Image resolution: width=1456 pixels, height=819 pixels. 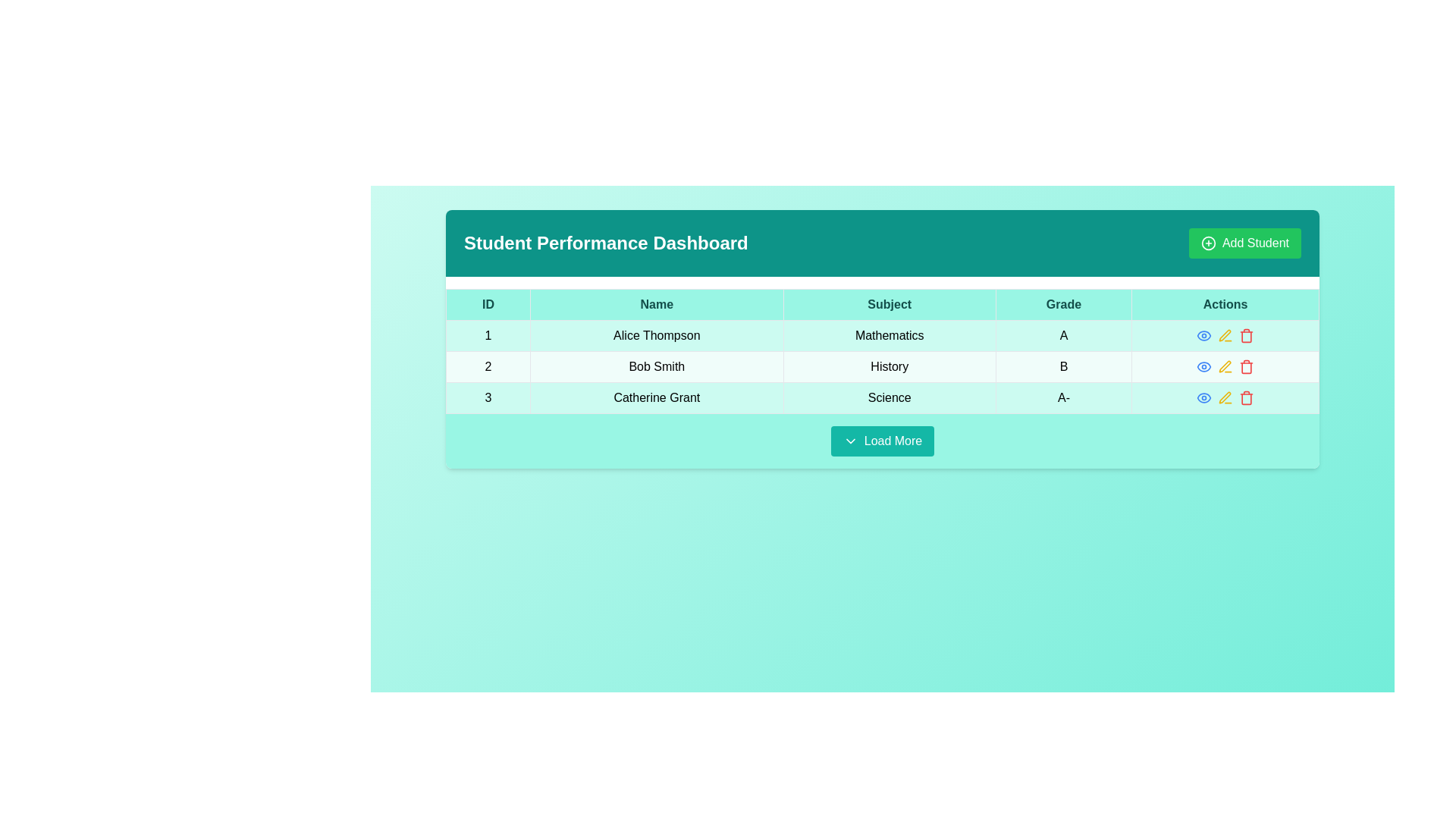 I want to click on the table cell displaying the name 'Catherine Grant' located in the second column of the third row under the 'Name' heading, so click(x=657, y=397).